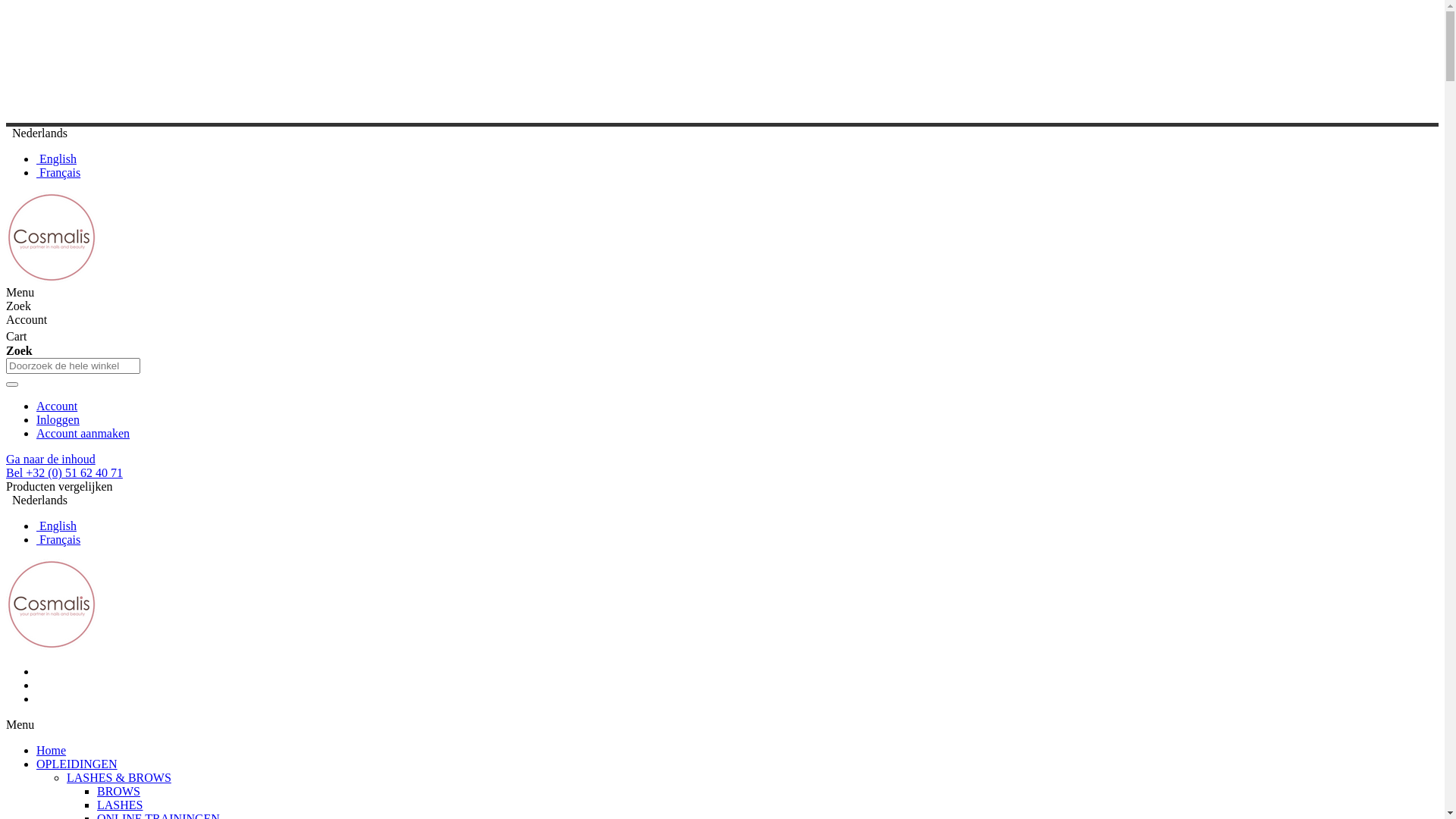 The height and width of the screenshot is (819, 1456). Describe the element at coordinates (51, 458) in the screenshot. I see `'Ga naar de inhoud'` at that location.